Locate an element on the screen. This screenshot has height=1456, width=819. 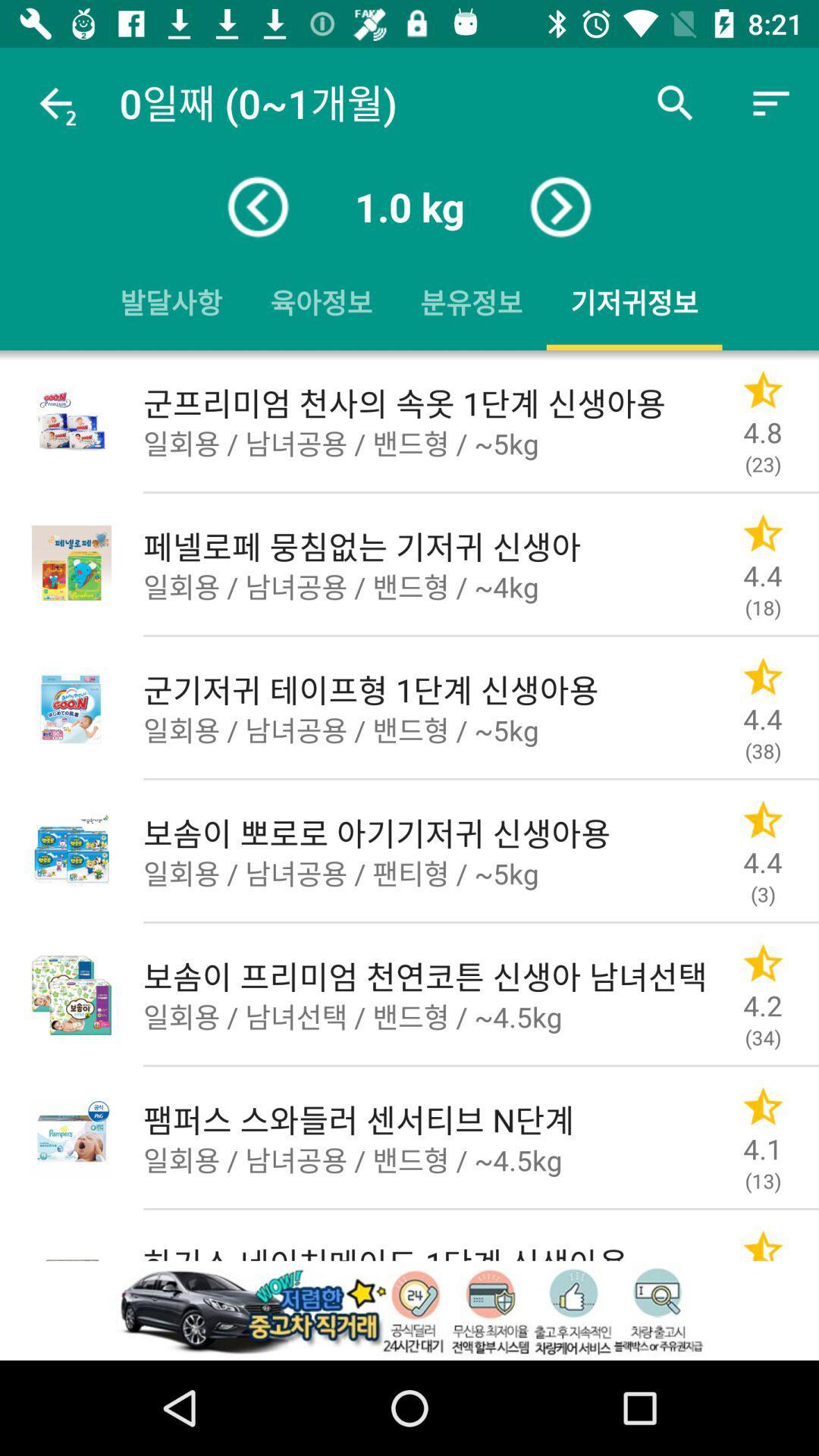
the arrow_backward icon is located at coordinates (257, 206).